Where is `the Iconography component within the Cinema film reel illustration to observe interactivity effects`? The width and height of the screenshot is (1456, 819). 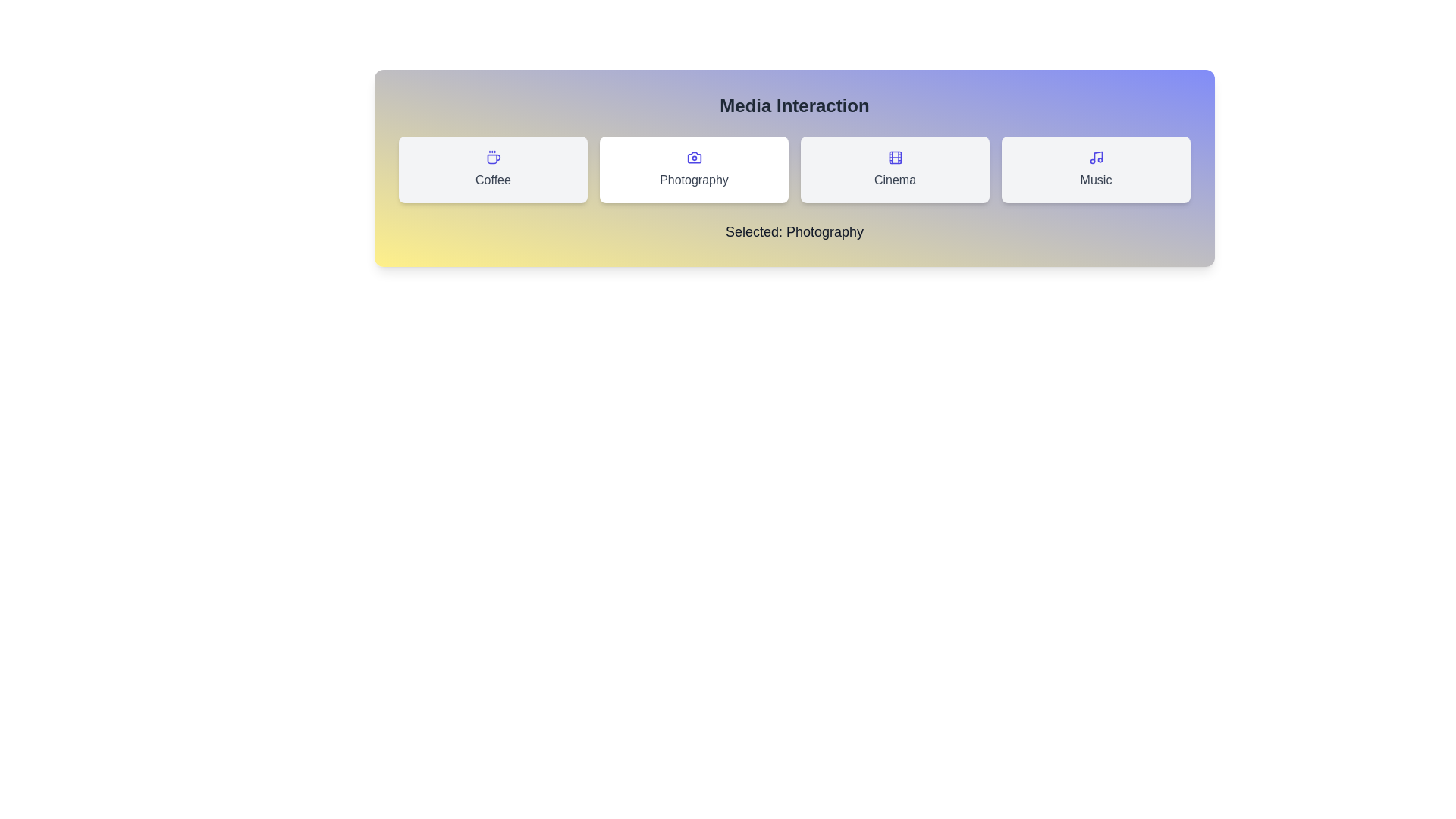
the Iconography component within the Cinema film reel illustration to observe interactivity effects is located at coordinates (895, 158).